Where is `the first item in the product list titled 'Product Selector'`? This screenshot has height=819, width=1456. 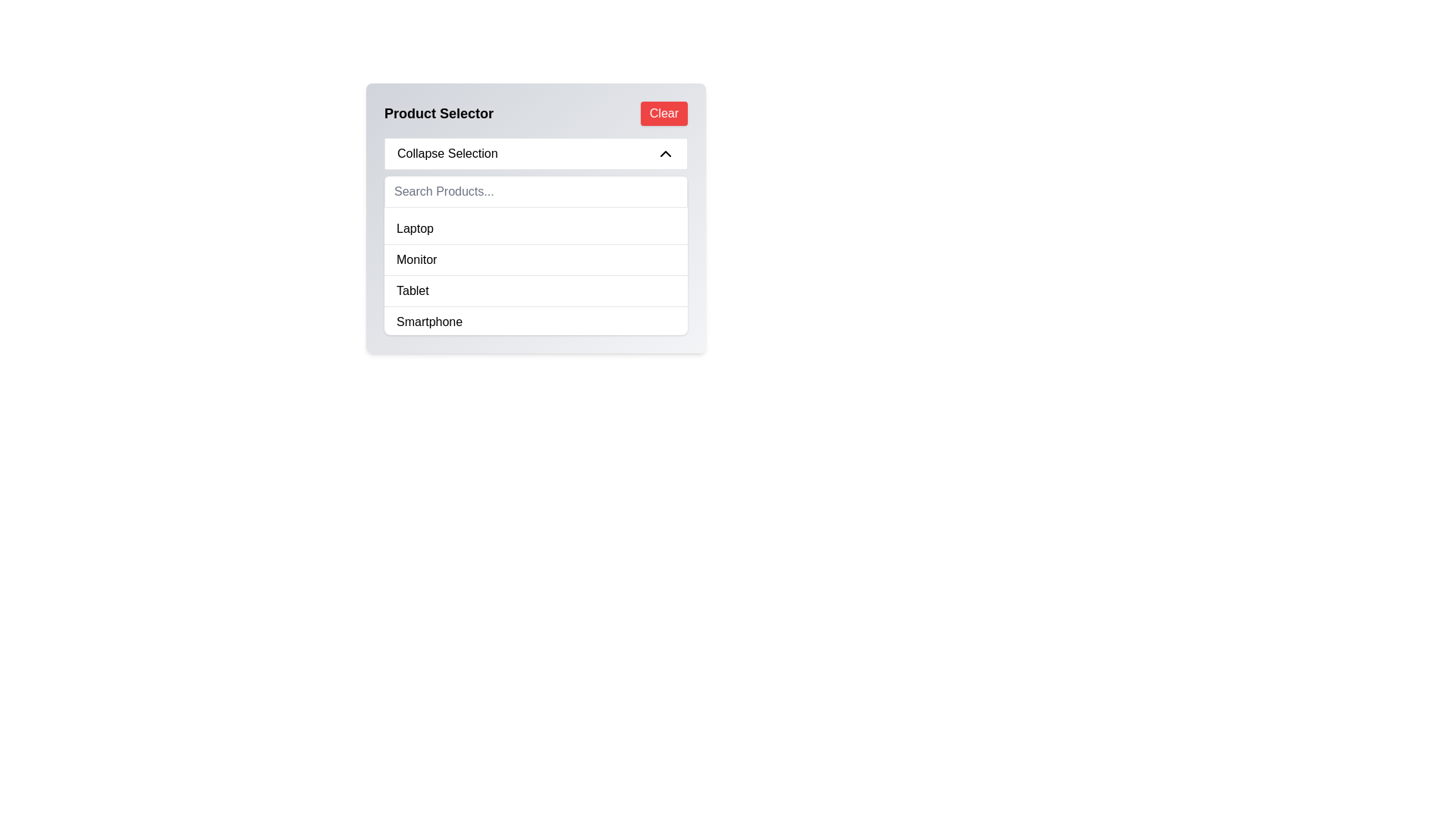
the first item in the product list titled 'Product Selector' is located at coordinates (535, 228).